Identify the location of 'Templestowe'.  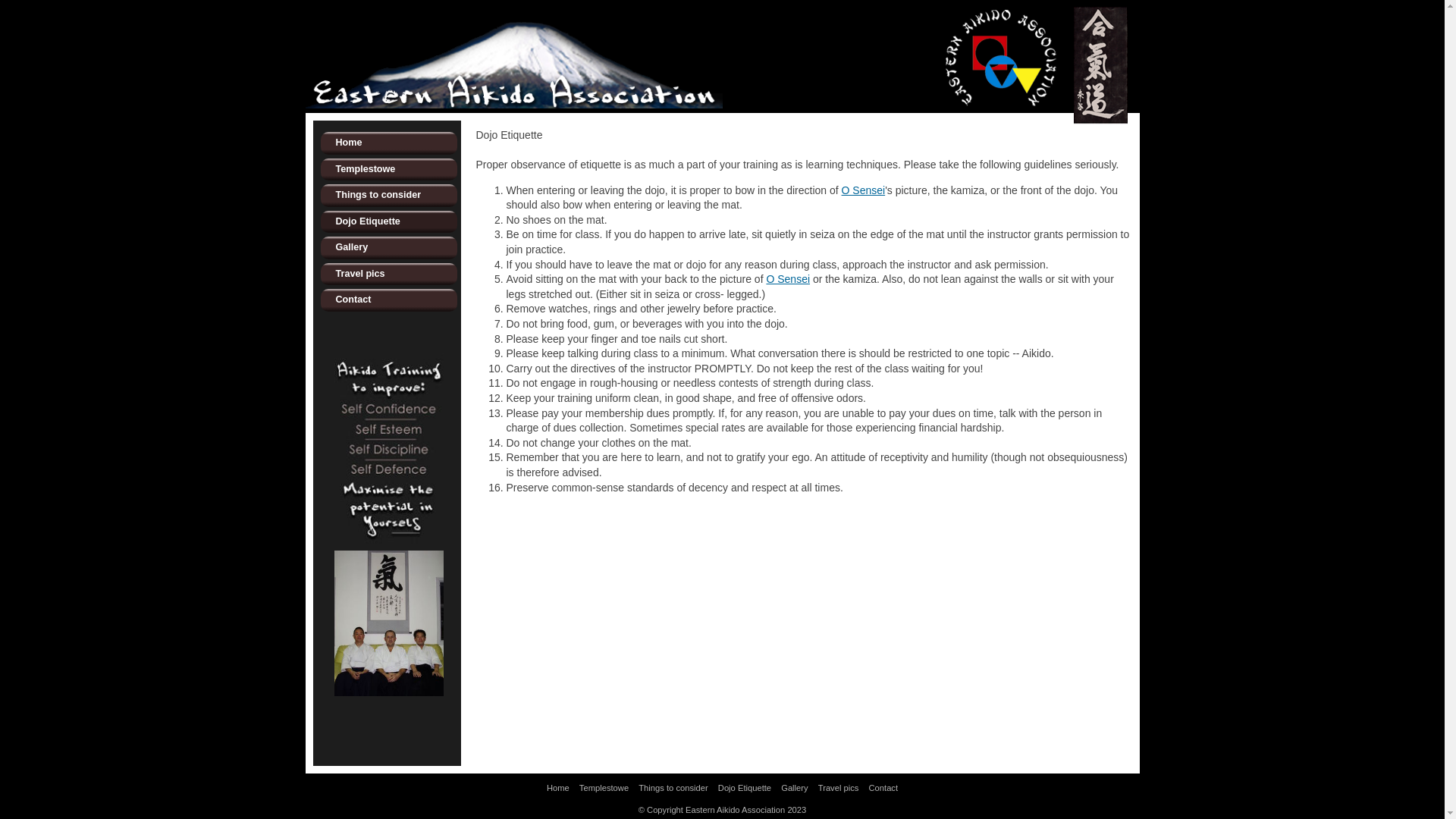
(388, 169).